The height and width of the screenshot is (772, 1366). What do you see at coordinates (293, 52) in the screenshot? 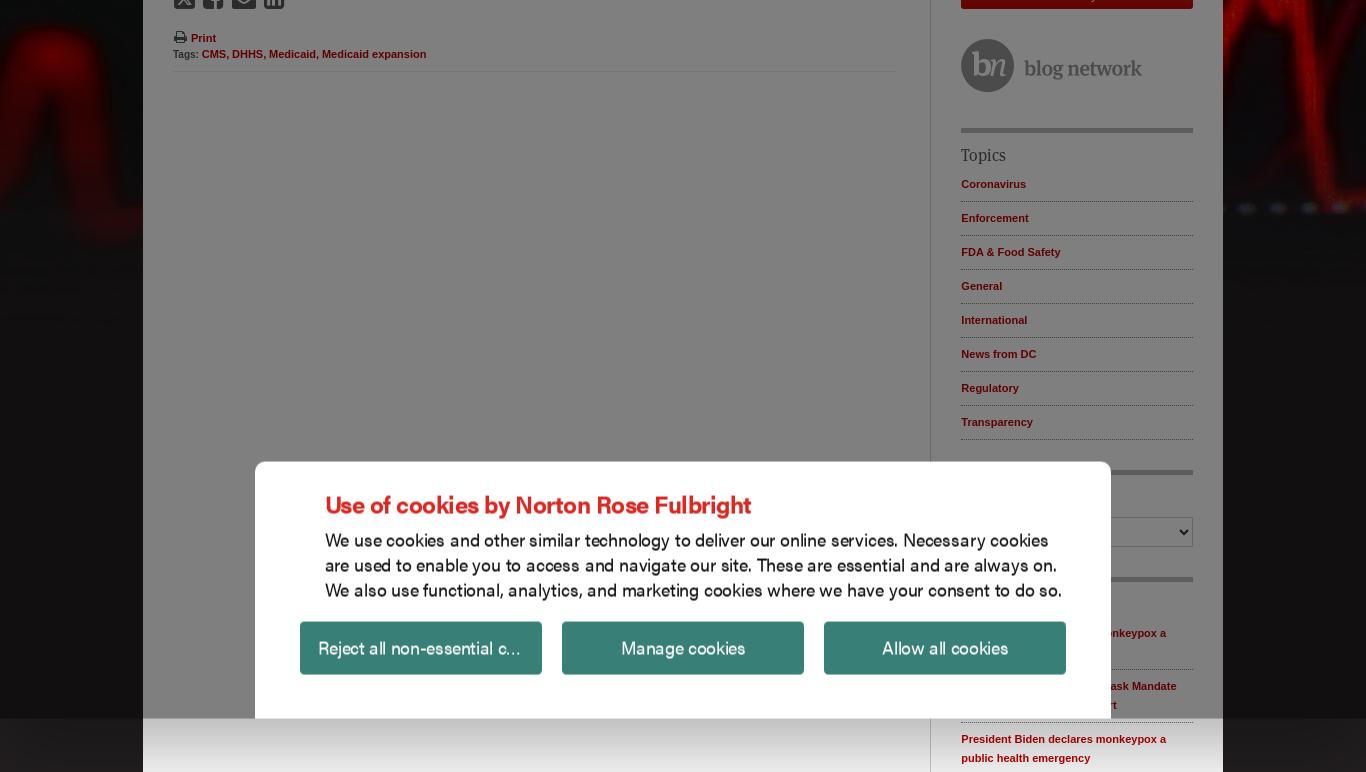
I see `'Medicaid,'` at bounding box center [293, 52].